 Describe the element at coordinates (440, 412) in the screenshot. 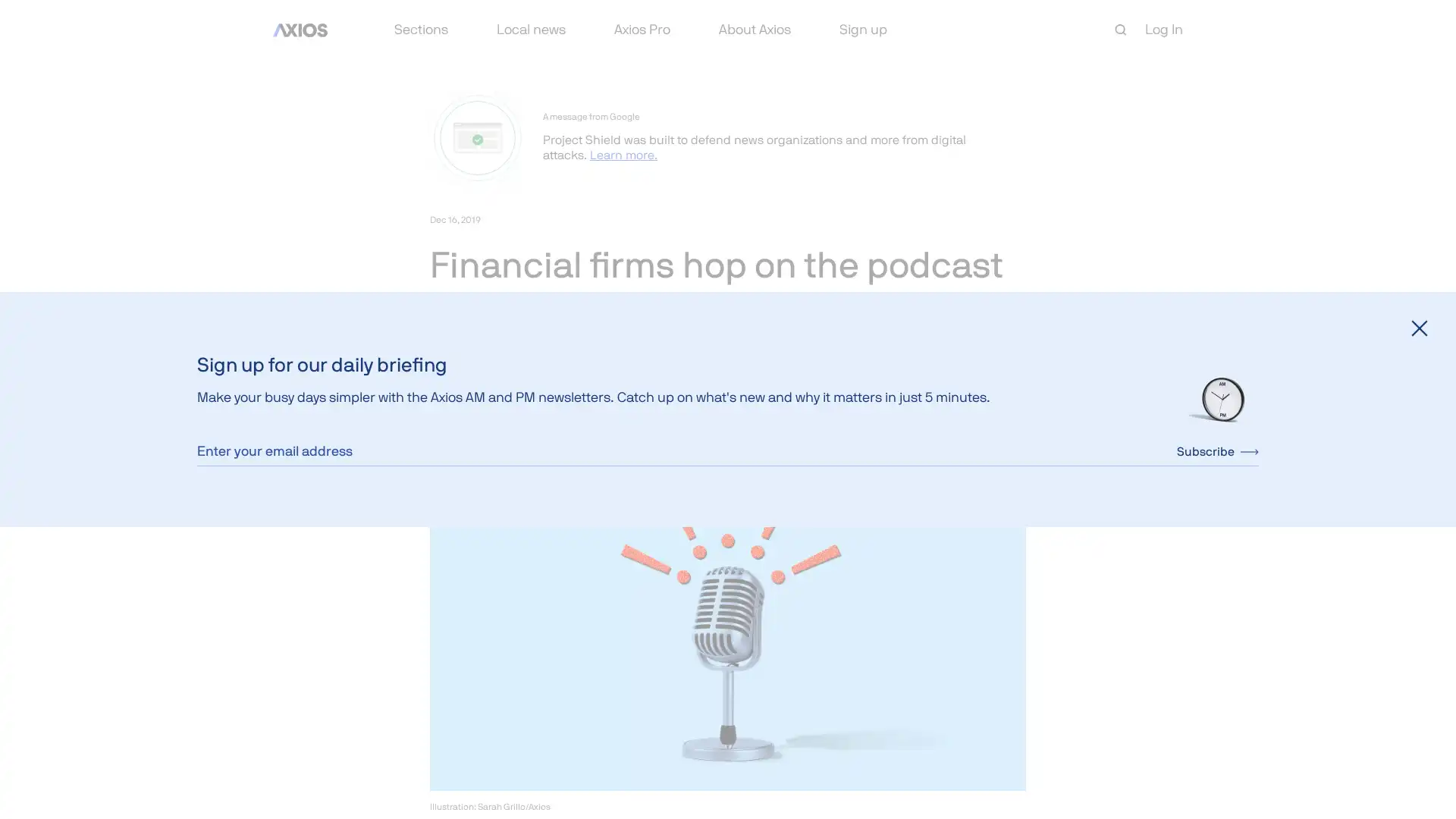

I see `facebook` at that location.